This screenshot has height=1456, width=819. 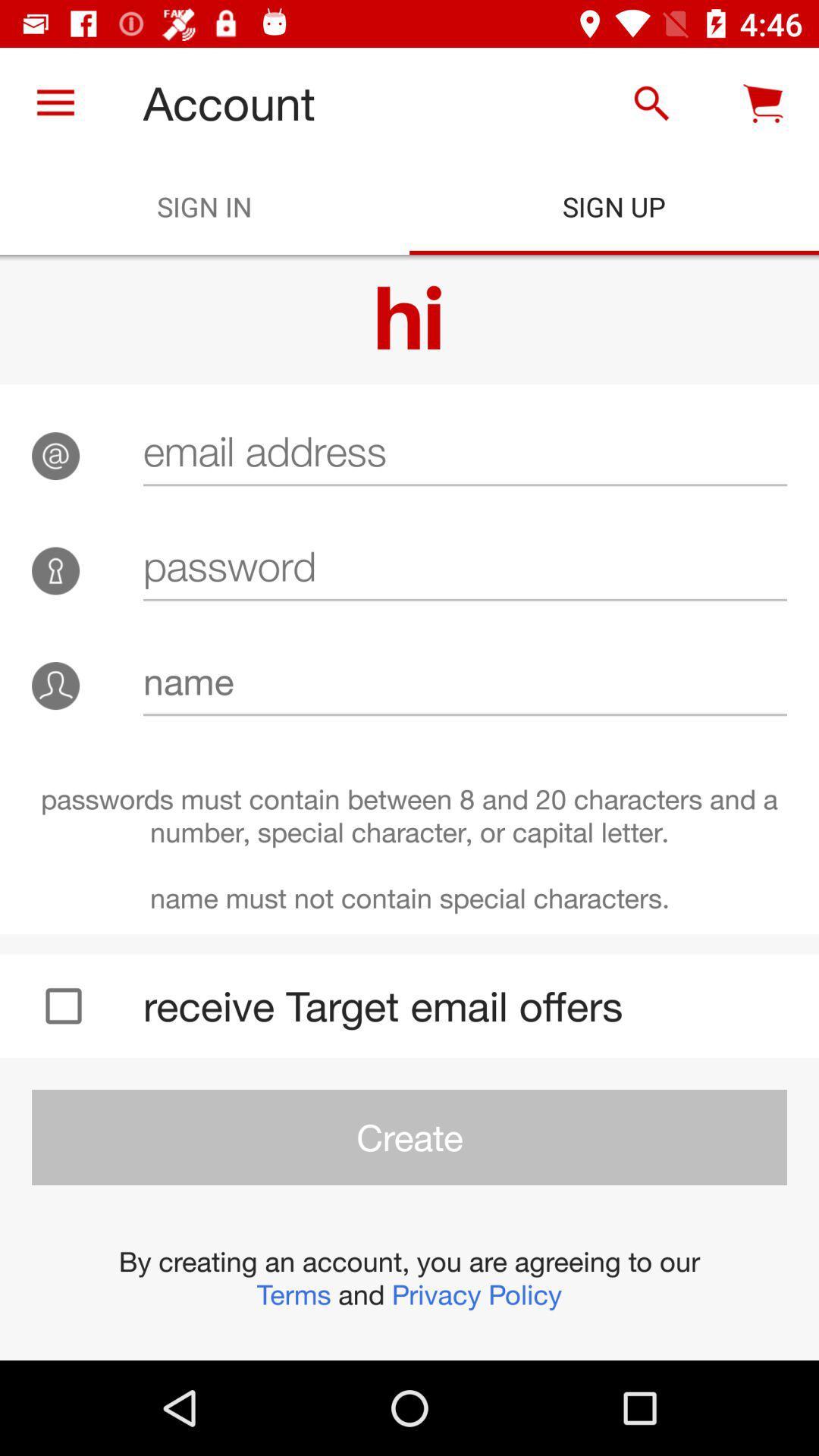 I want to click on icon to the right of account icon, so click(x=651, y=102).